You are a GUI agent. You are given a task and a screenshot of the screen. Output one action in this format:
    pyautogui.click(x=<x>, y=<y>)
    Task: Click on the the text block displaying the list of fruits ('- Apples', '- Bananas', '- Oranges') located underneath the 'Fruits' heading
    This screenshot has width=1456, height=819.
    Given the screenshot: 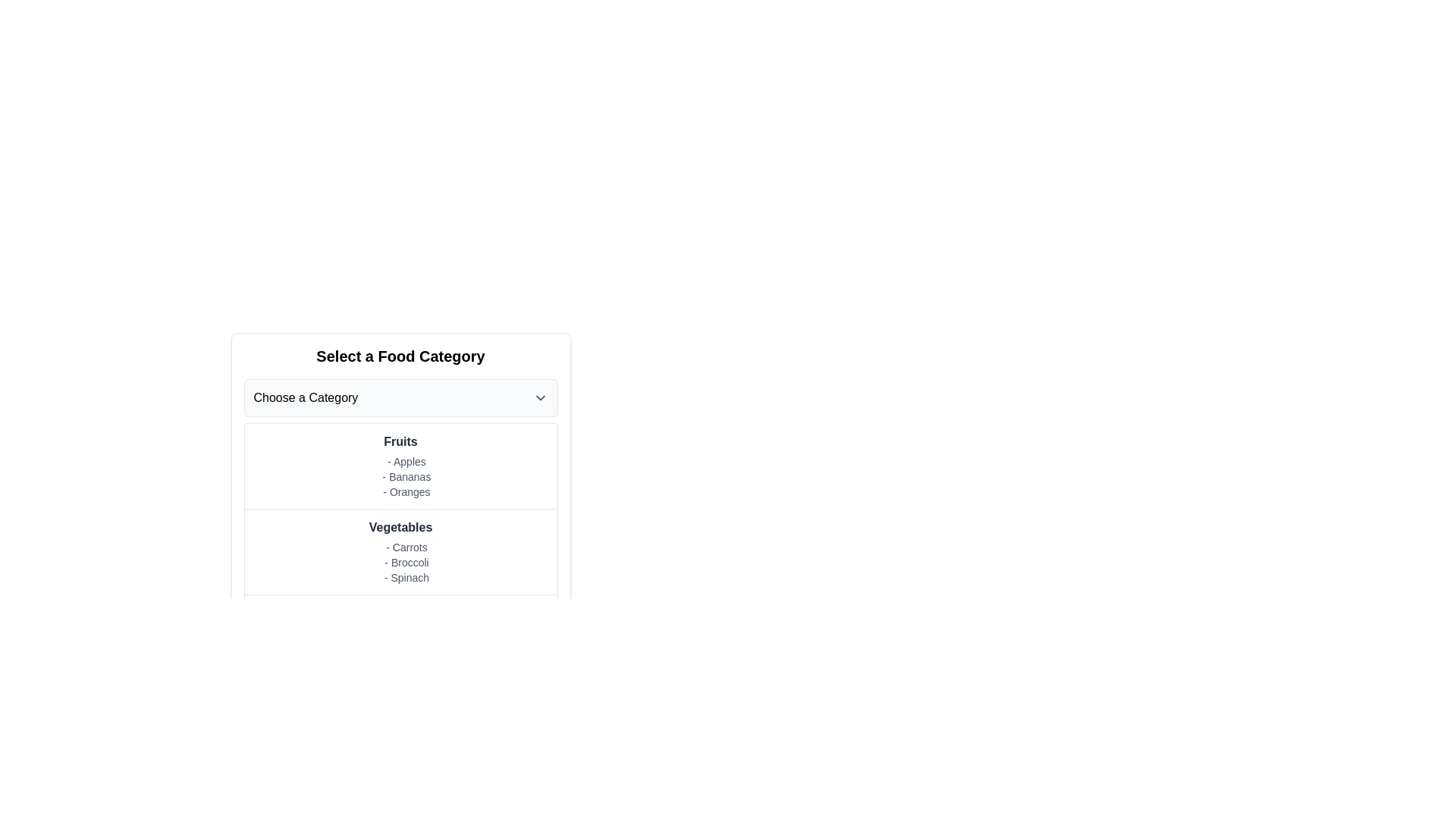 What is the action you would take?
    pyautogui.click(x=400, y=475)
    